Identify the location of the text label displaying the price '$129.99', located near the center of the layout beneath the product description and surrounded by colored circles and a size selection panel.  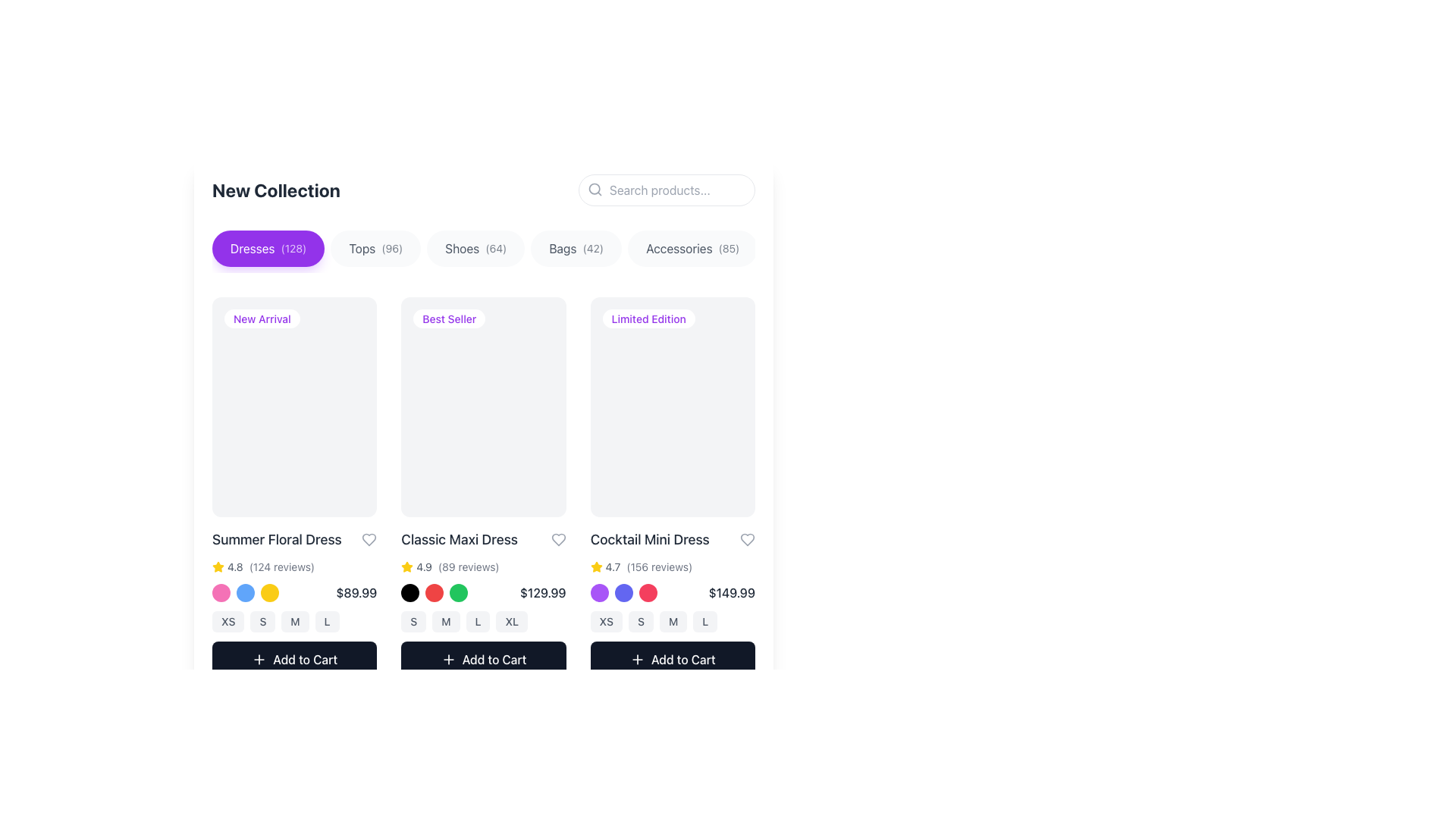
(543, 591).